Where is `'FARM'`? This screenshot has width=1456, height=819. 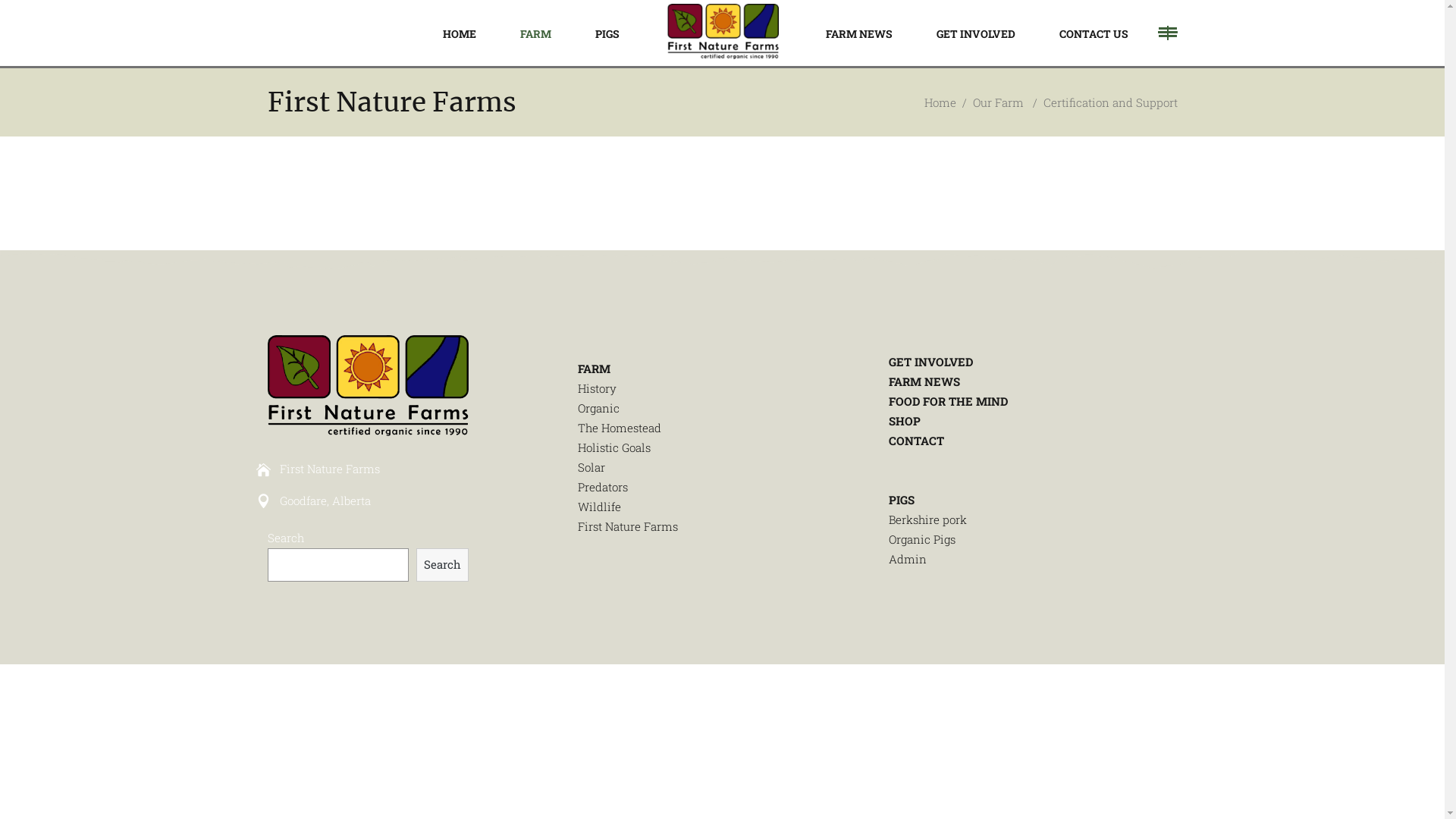 'FARM' is located at coordinates (577, 369).